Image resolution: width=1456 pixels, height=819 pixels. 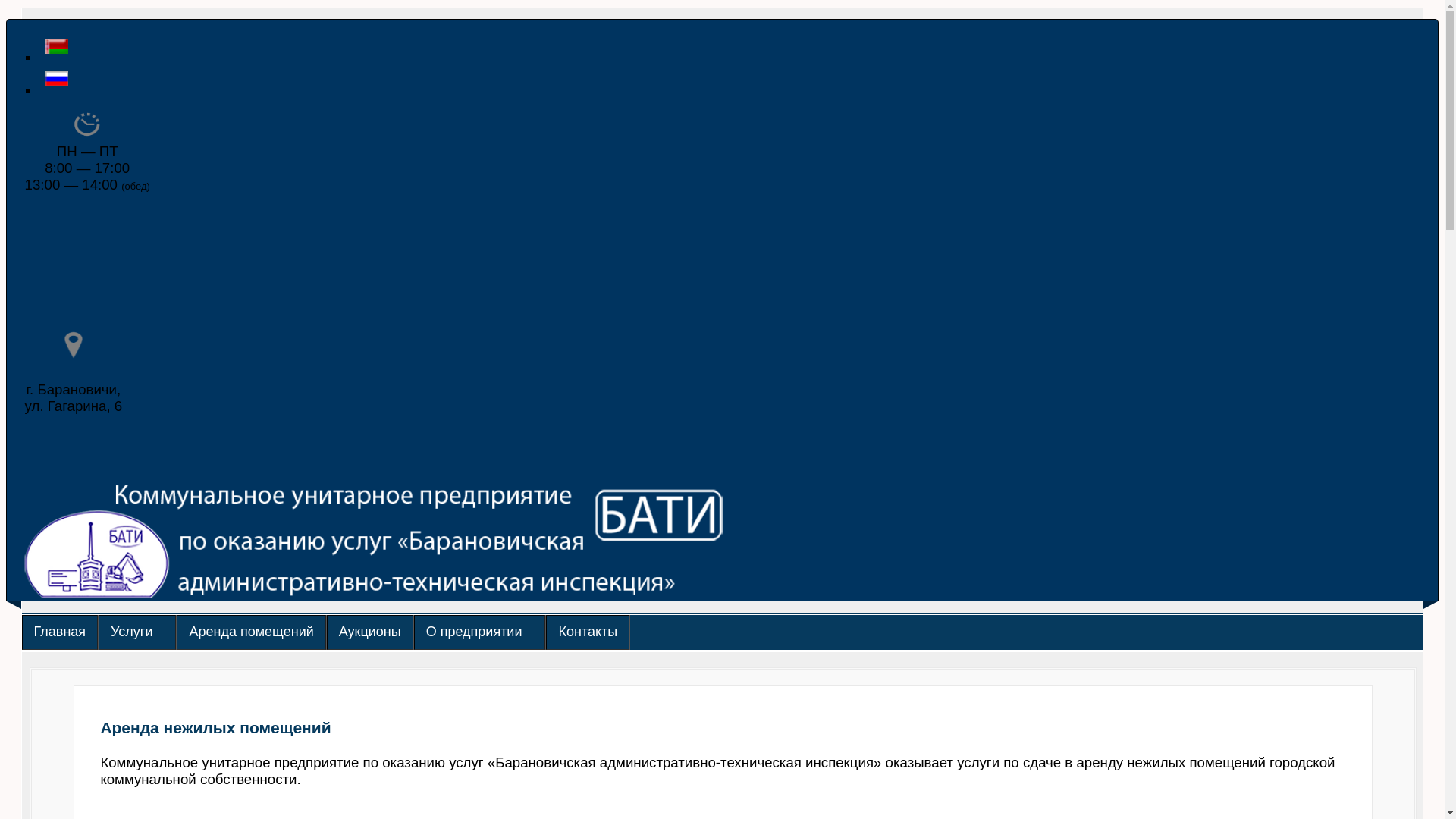 What do you see at coordinates (57, 45) in the screenshot?
I see `'Belarusian (Belarus)'` at bounding box center [57, 45].